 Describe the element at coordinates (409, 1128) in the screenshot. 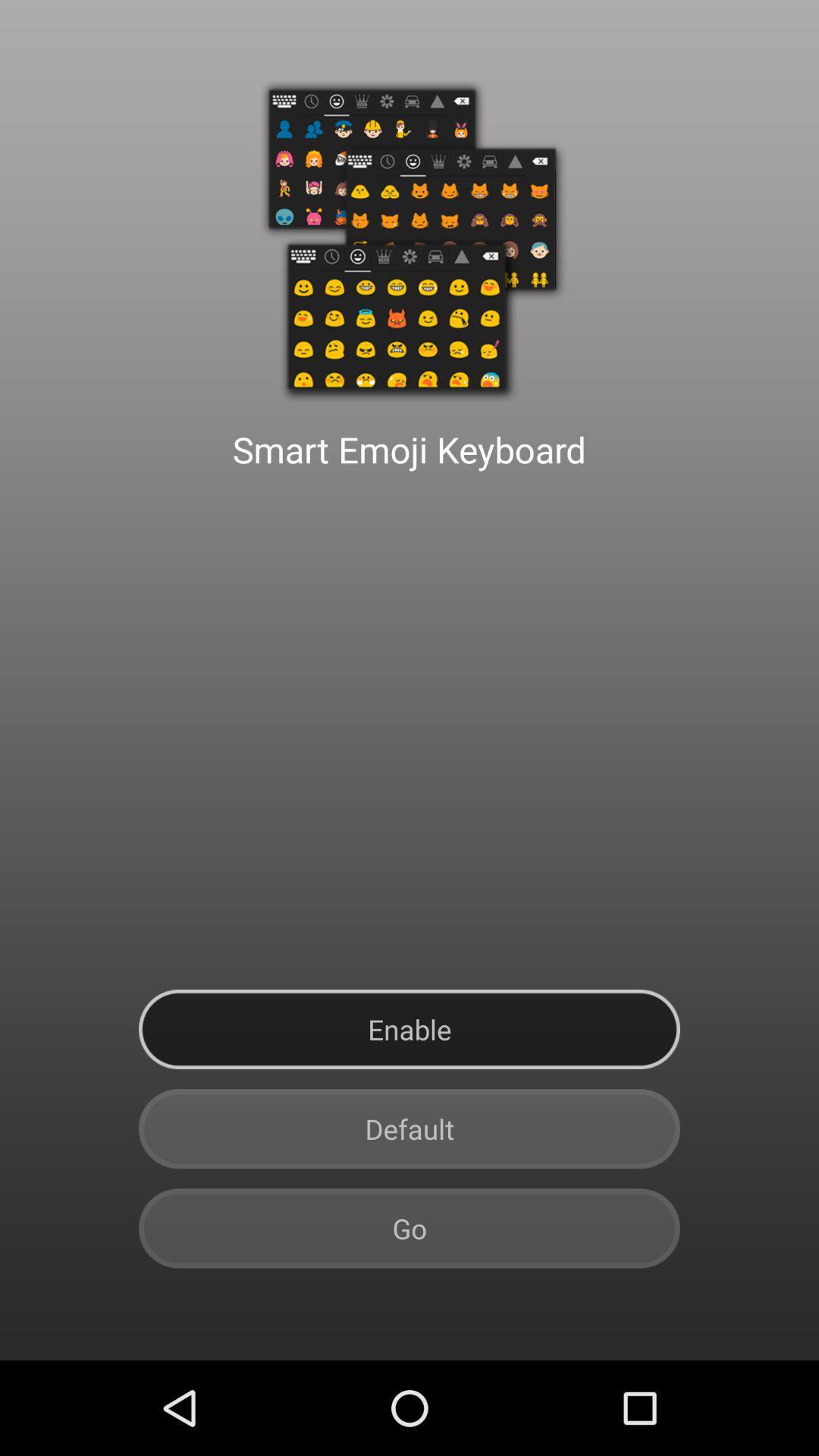

I see `button below the enable button` at that location.